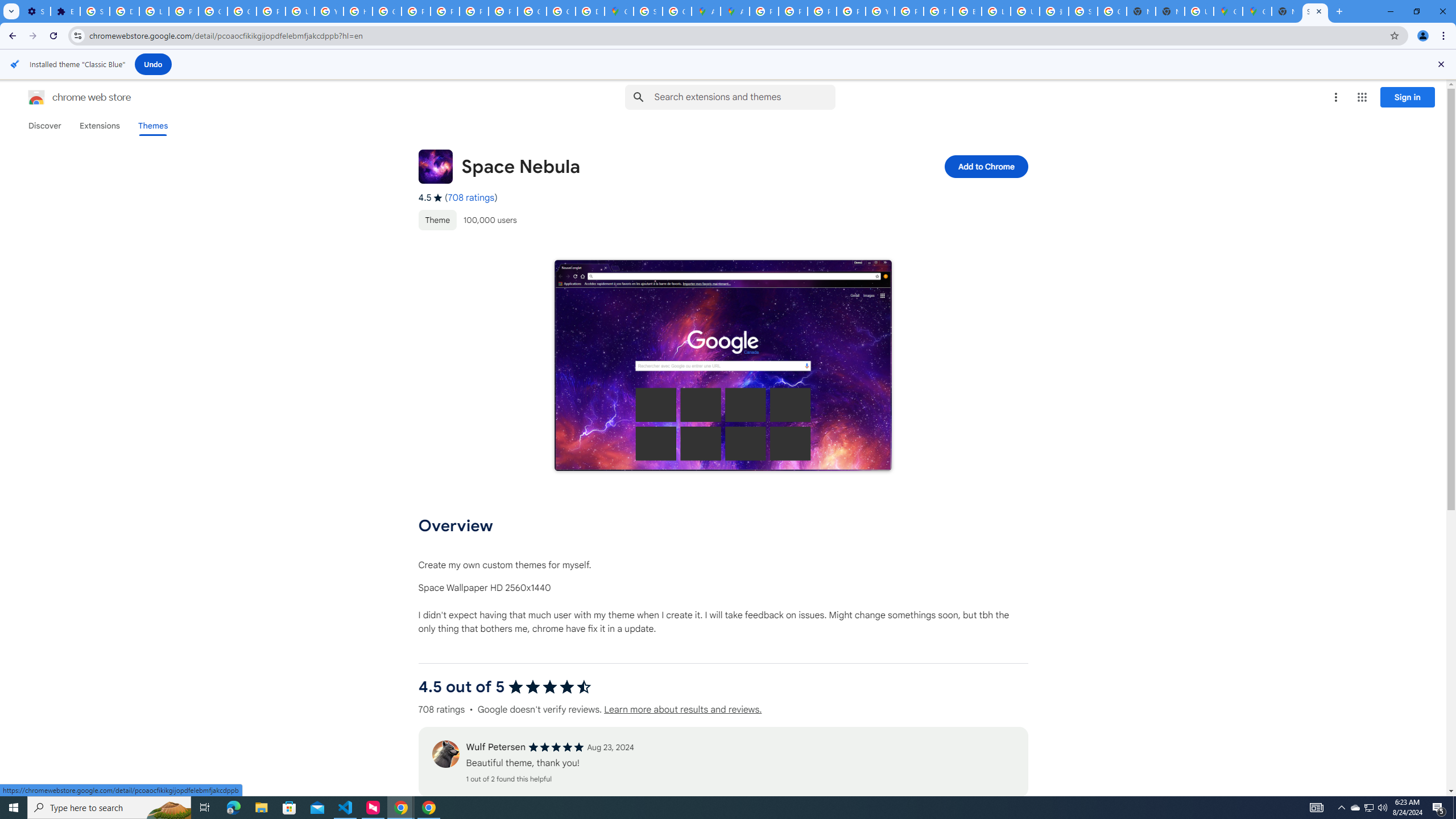 The width and height of the screenshot is (1456, 819). I want to click on 'Chrome Web Store logo', so click(36, 97).